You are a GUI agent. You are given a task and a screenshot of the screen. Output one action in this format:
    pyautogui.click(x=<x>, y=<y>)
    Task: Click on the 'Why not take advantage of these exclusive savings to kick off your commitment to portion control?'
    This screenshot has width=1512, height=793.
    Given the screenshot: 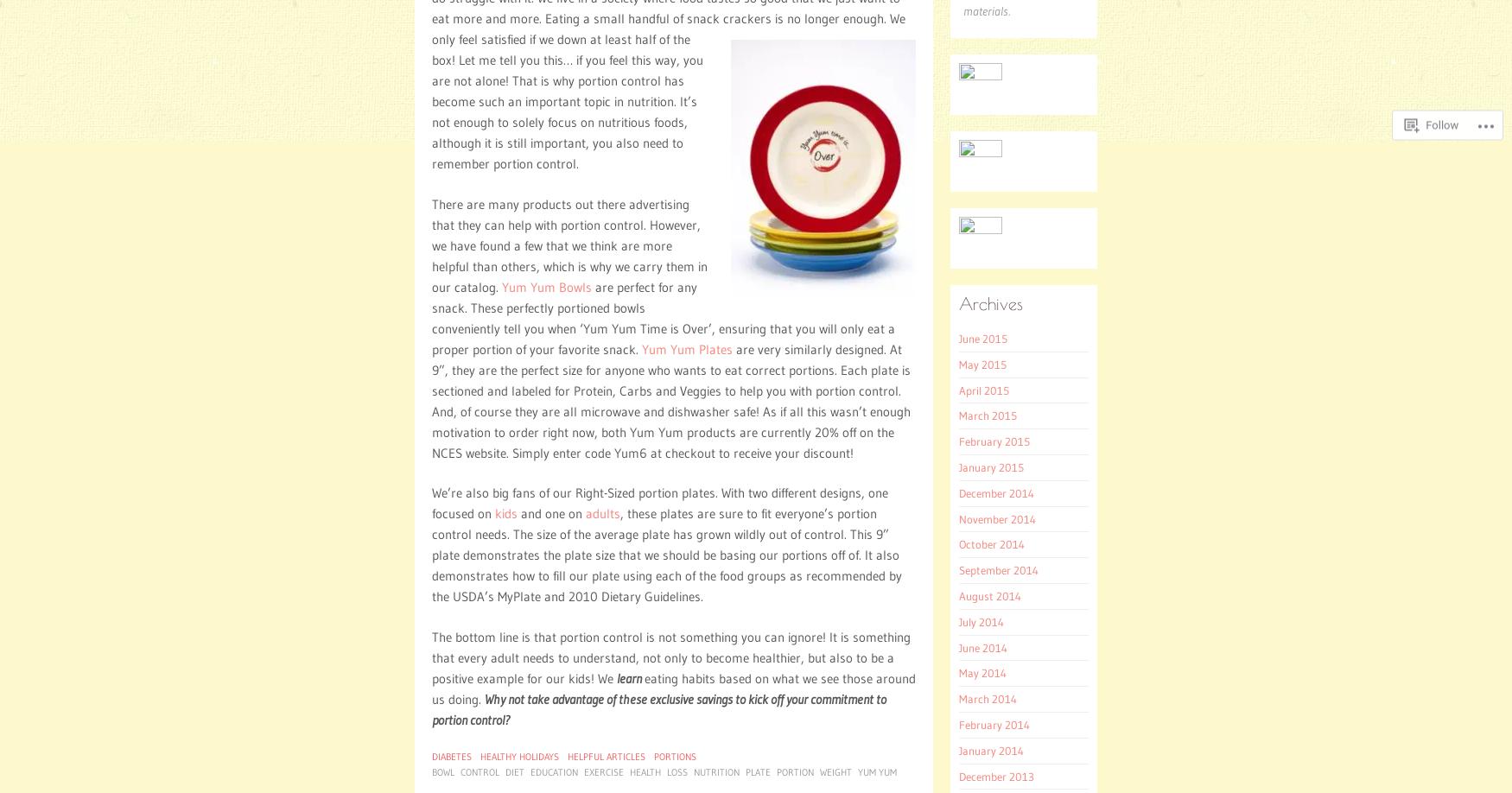 What is the action you would take?
    pyautogui.click(x=658, y=708)
    